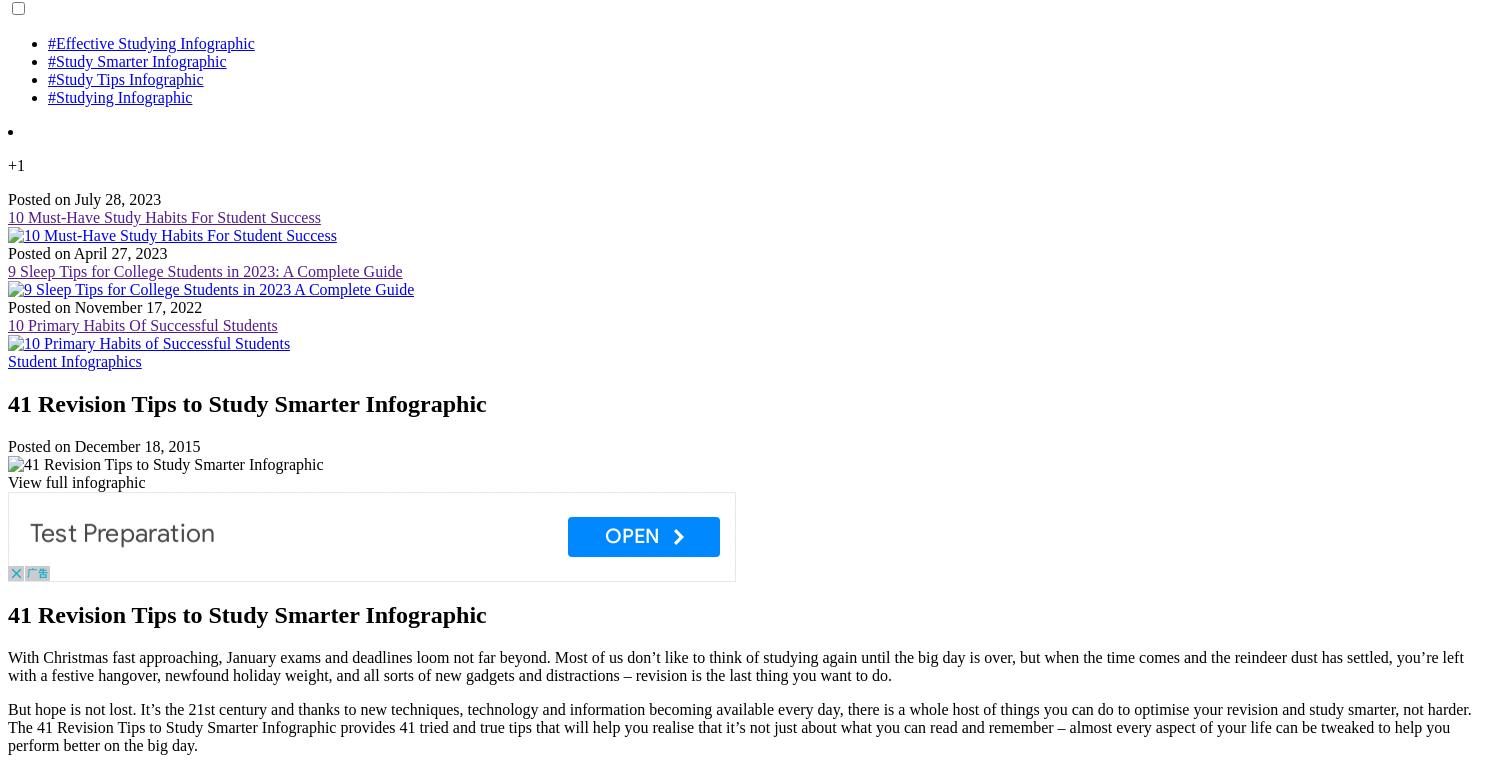 The width and height of the screenshot is (1496, 772). I want to click on '9 Sleep Tips for College Students in 2023: A Complete Guide', so click(204, 271).